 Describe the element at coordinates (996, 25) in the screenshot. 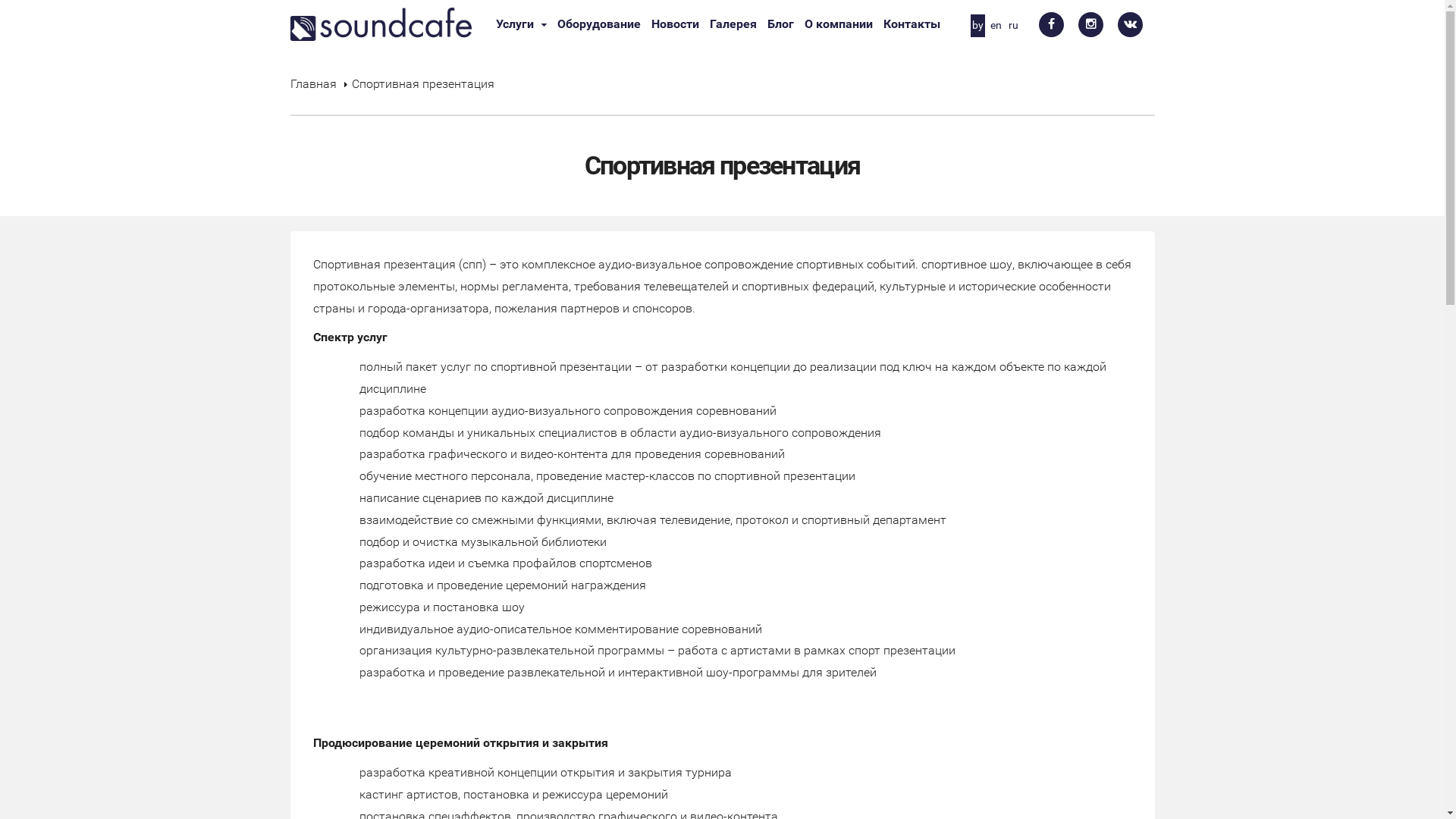

I see `'en'` at that location.